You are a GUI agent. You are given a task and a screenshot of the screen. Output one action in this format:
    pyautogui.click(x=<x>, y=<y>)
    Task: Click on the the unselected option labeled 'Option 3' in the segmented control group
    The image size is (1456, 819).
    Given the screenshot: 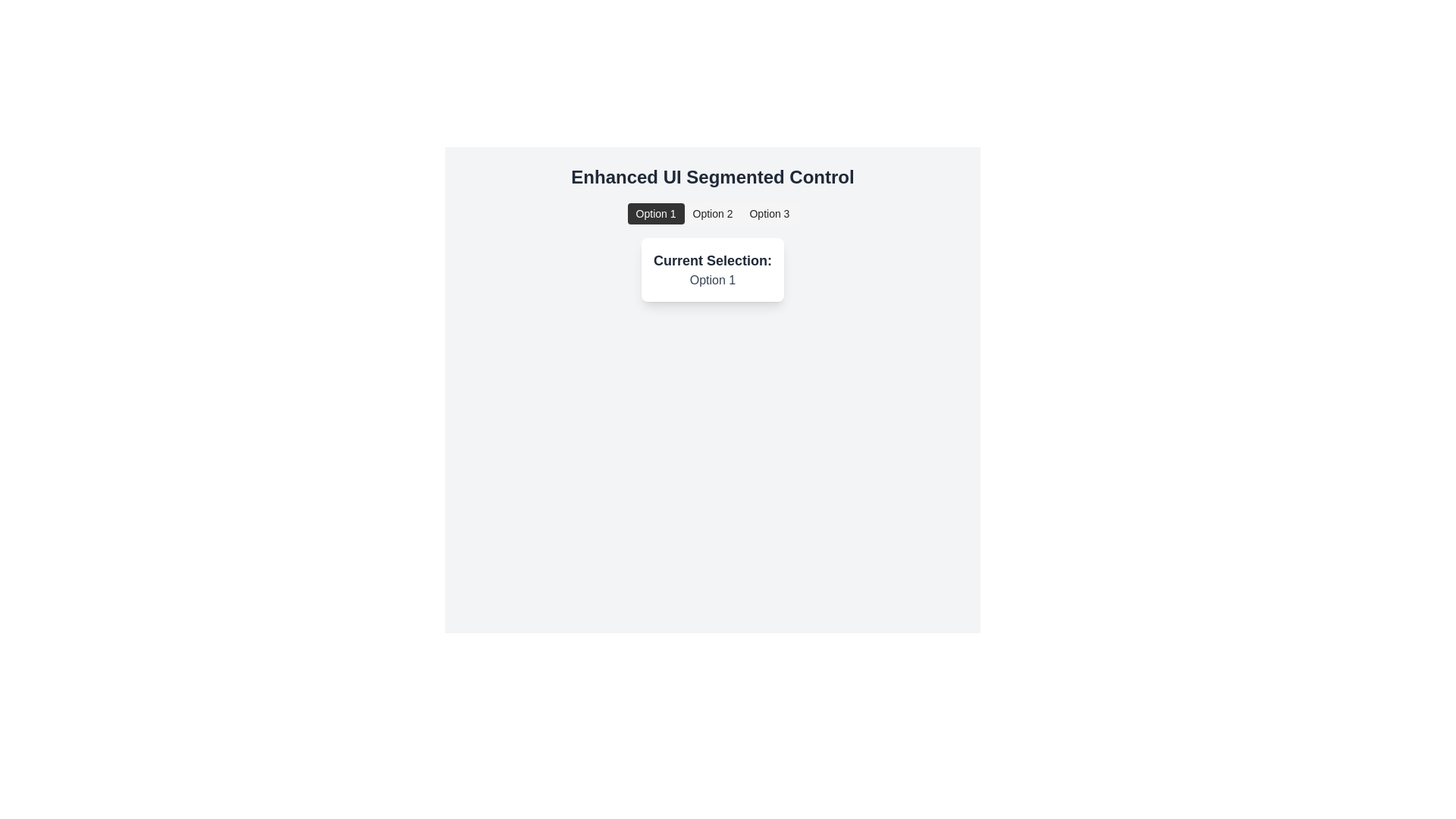 What is the action you would take?
    pyautogui.click(x=769, y=213)
    